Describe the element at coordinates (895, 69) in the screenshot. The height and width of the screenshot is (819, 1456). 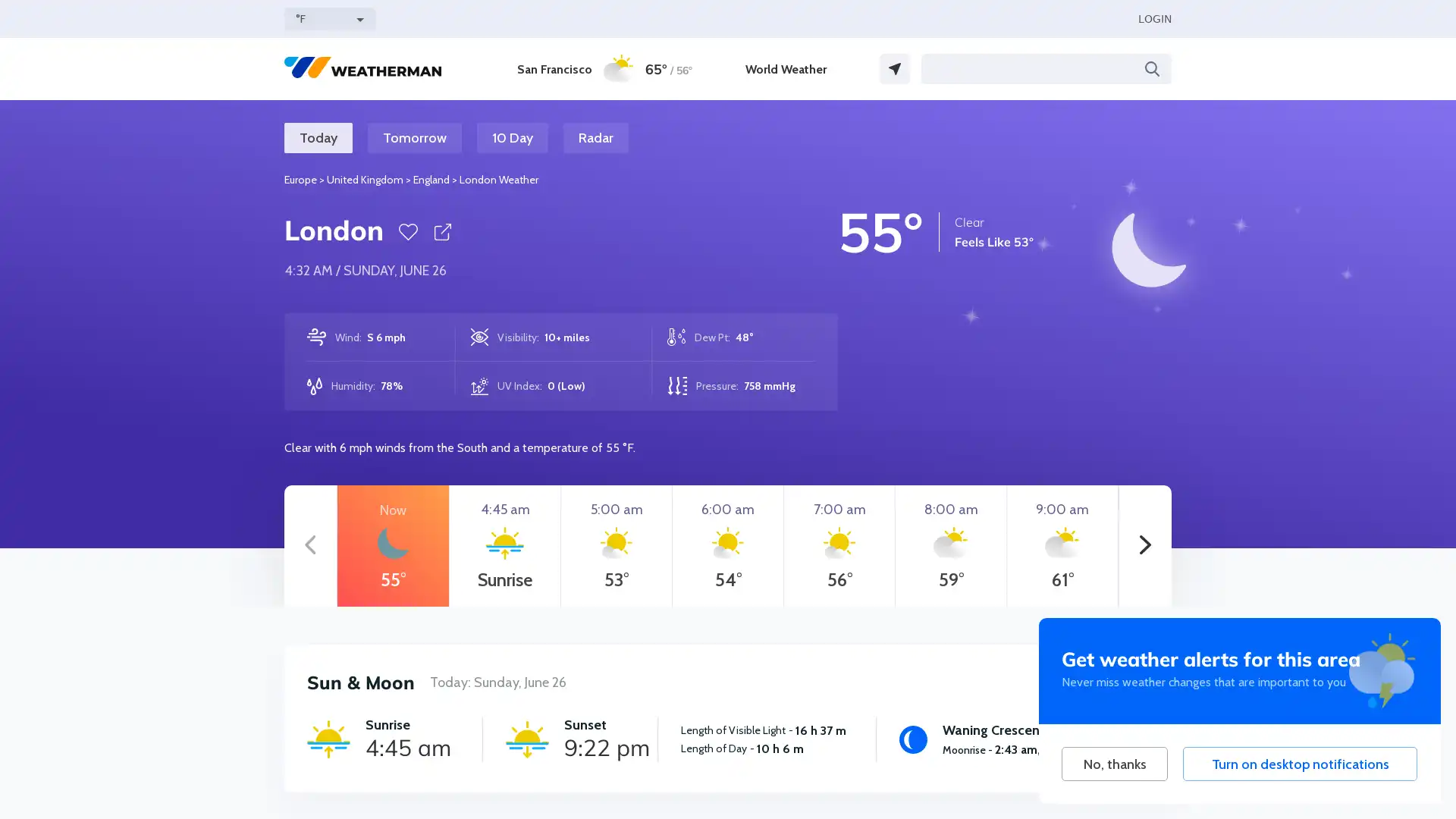
I see `GPS Location` at that location.